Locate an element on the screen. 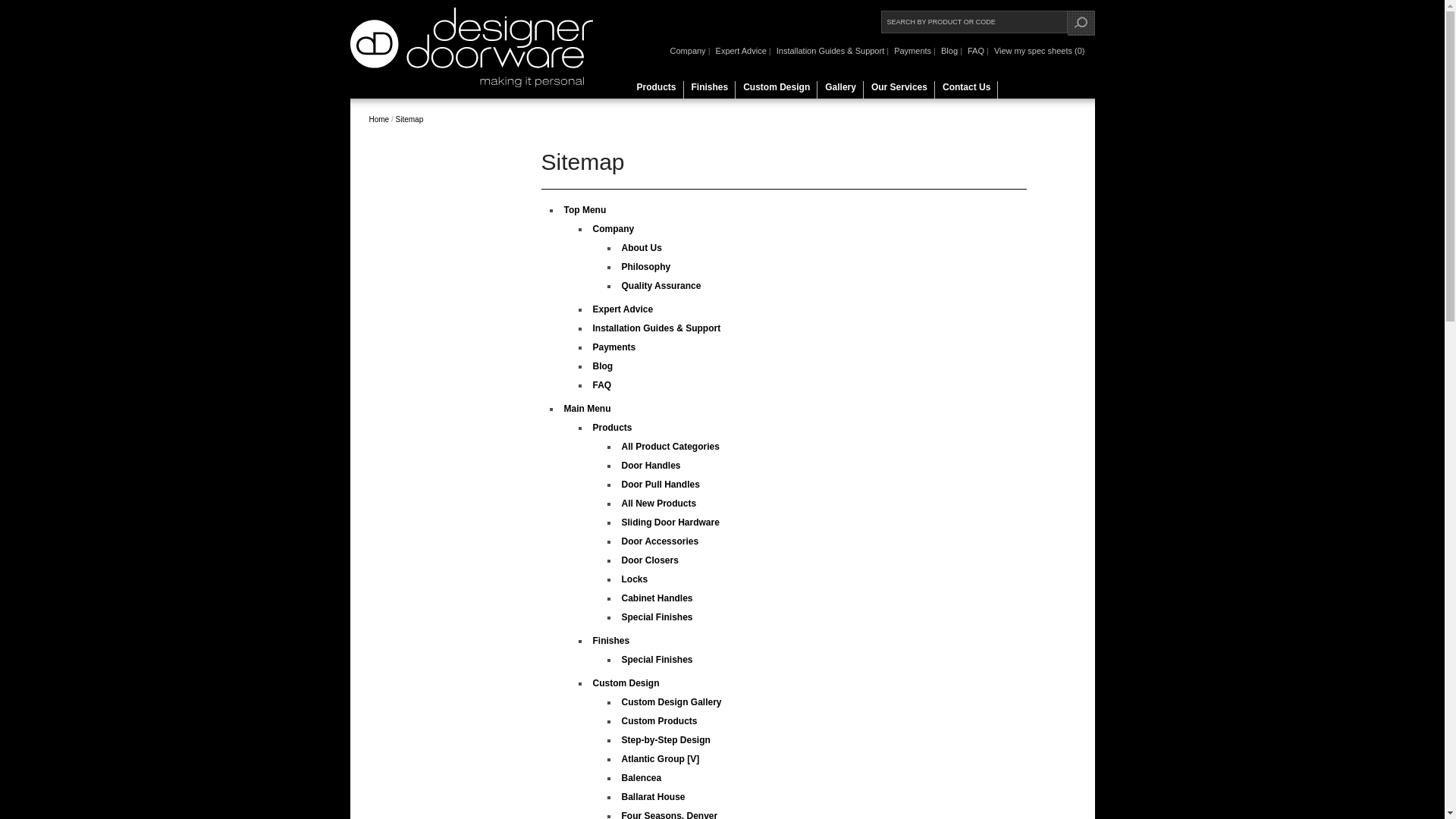  'Contact Us' is located at coordinates (965, 90).